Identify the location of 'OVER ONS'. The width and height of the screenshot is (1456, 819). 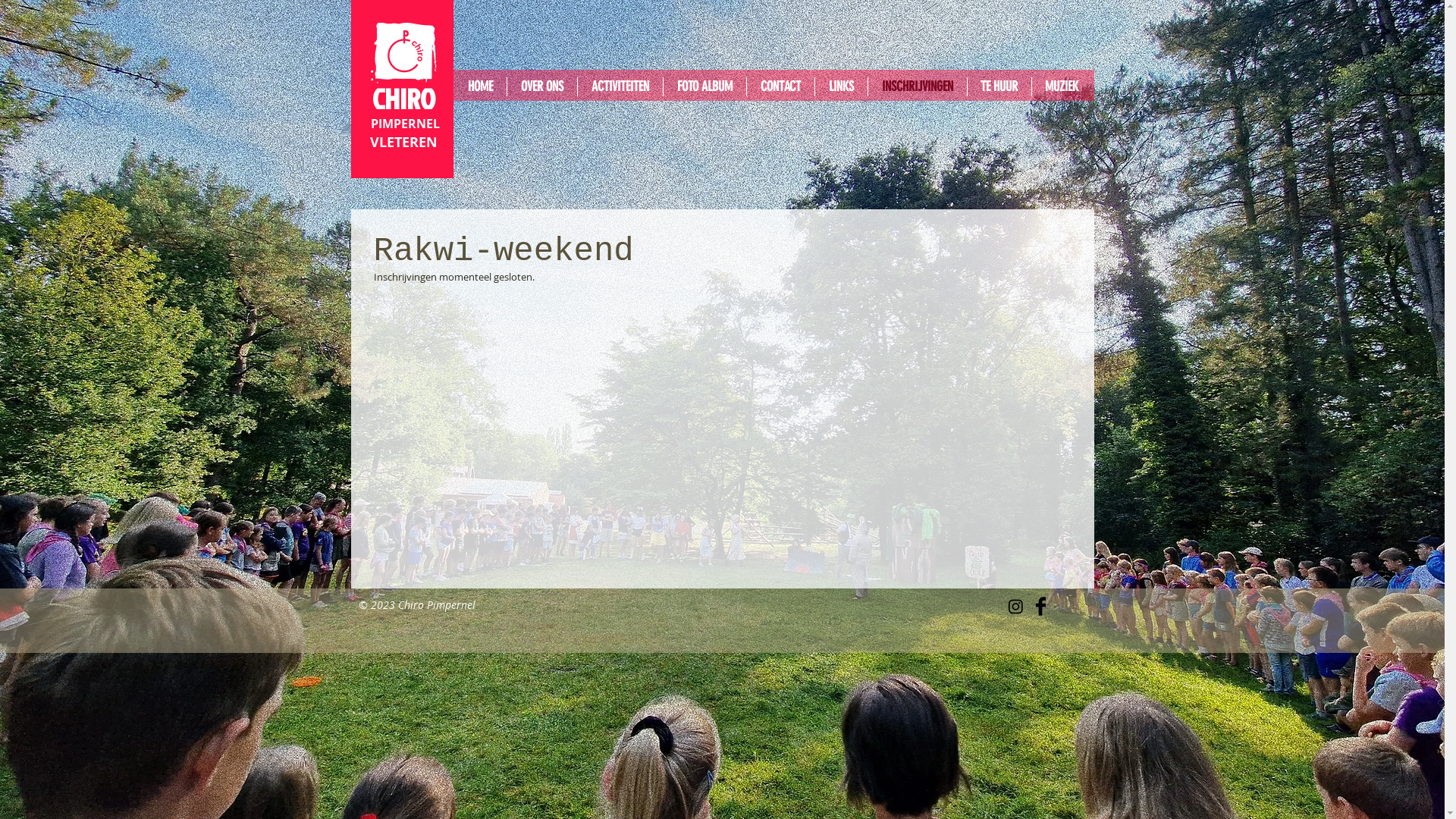
(506, 86).